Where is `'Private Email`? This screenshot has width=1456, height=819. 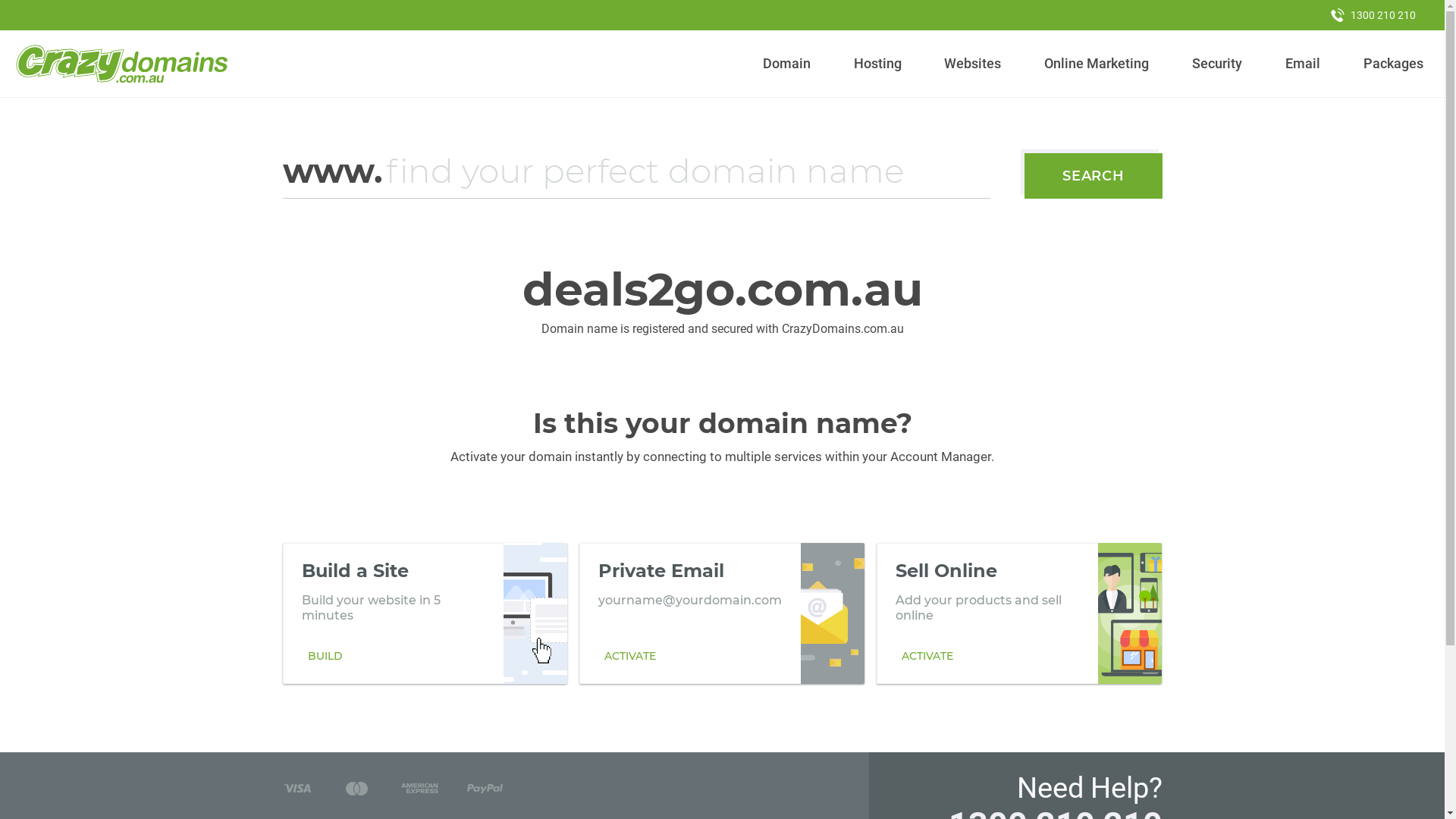 'Private Email is located at coordinates (720, 613).